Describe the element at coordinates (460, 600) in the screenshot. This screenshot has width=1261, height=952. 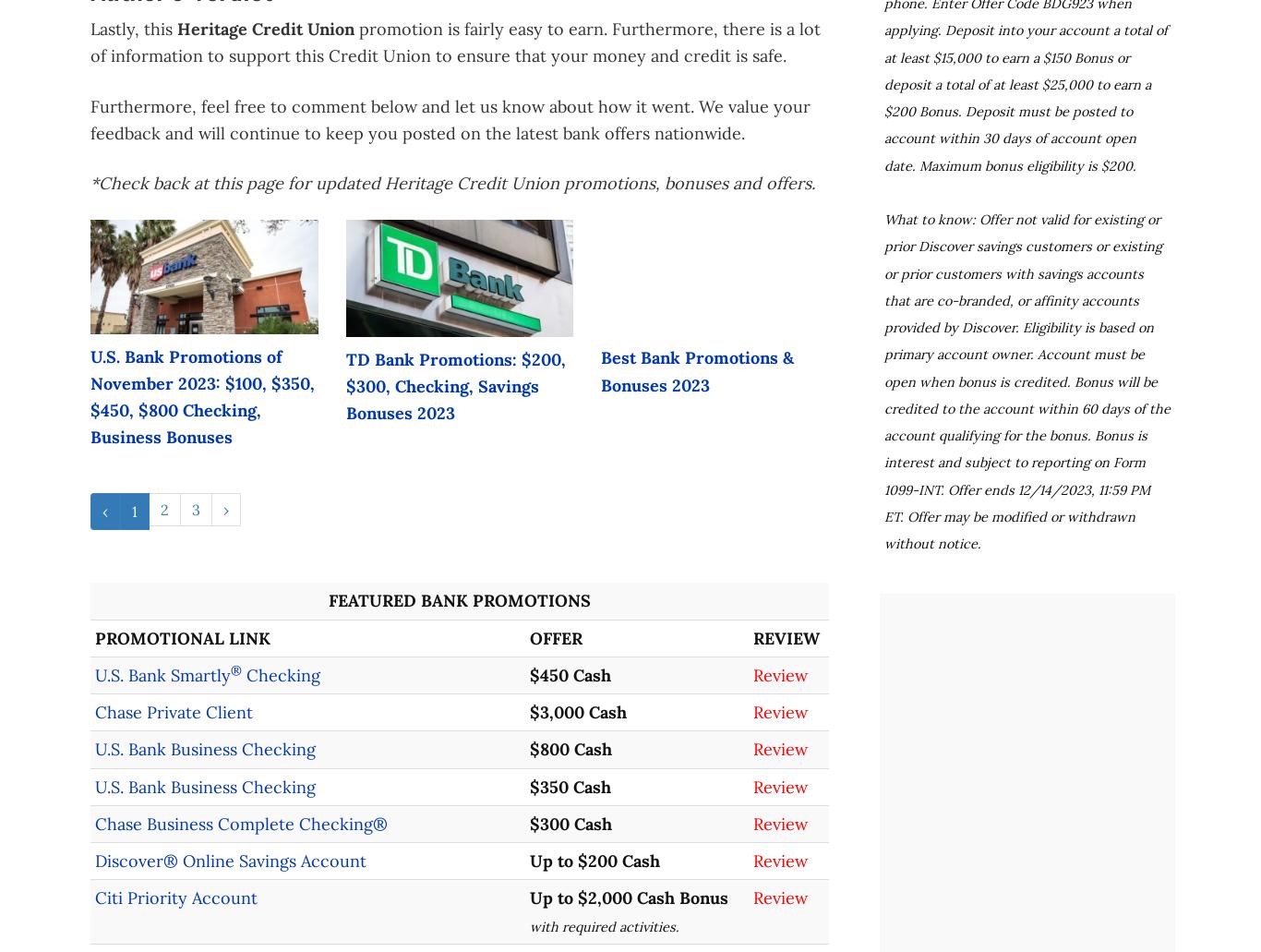
I see `'FEATURED BANK PROMOTIONS'` at that location.